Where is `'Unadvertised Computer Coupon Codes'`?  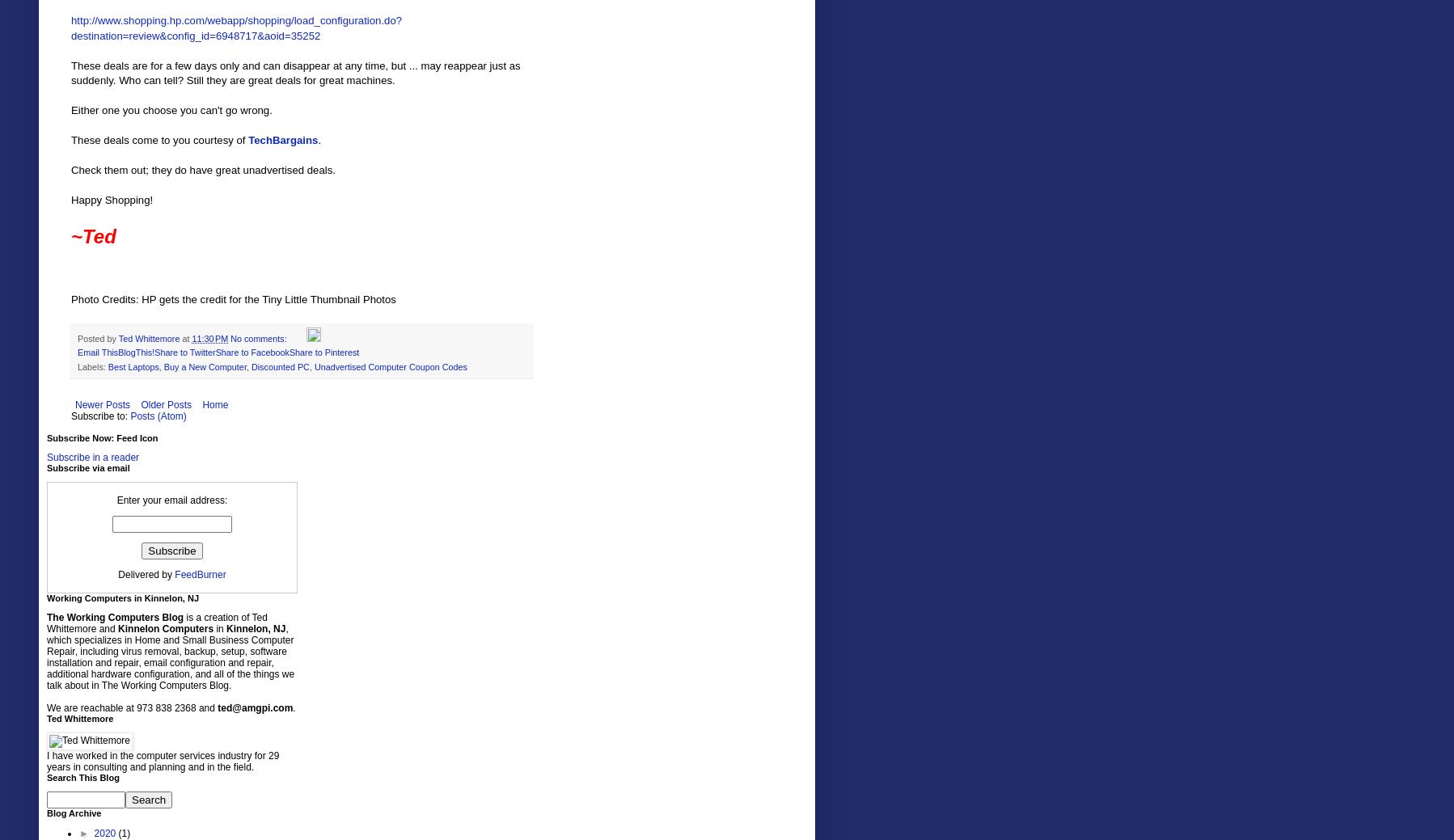 'Unadvertised Computer Coupon Codes' is located at coordinates (390, 365).